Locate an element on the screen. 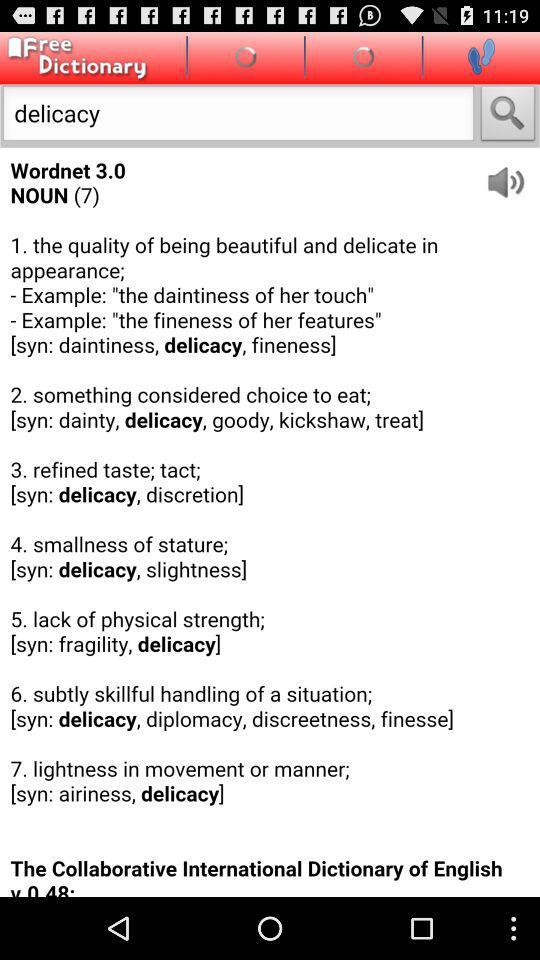 Image resolution: width=540 pixels, height=960 pixels. search is located at coordinates (508, 115).